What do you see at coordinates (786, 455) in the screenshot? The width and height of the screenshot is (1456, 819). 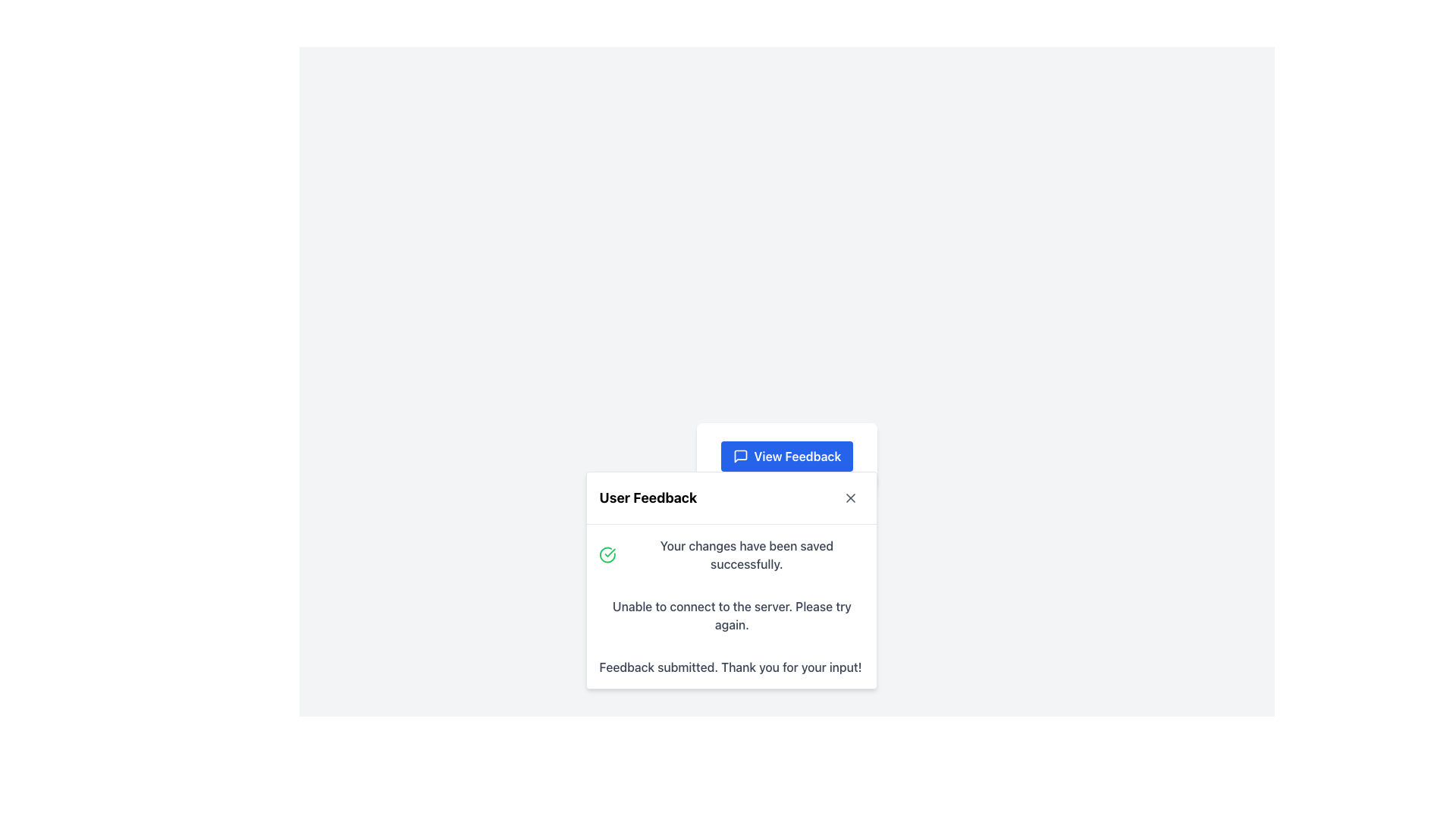 I see `the blue button labeled 'View Feedback' with a speech bubble icon located at the upper part of the feedback panel` at bounding box center [786, 455].